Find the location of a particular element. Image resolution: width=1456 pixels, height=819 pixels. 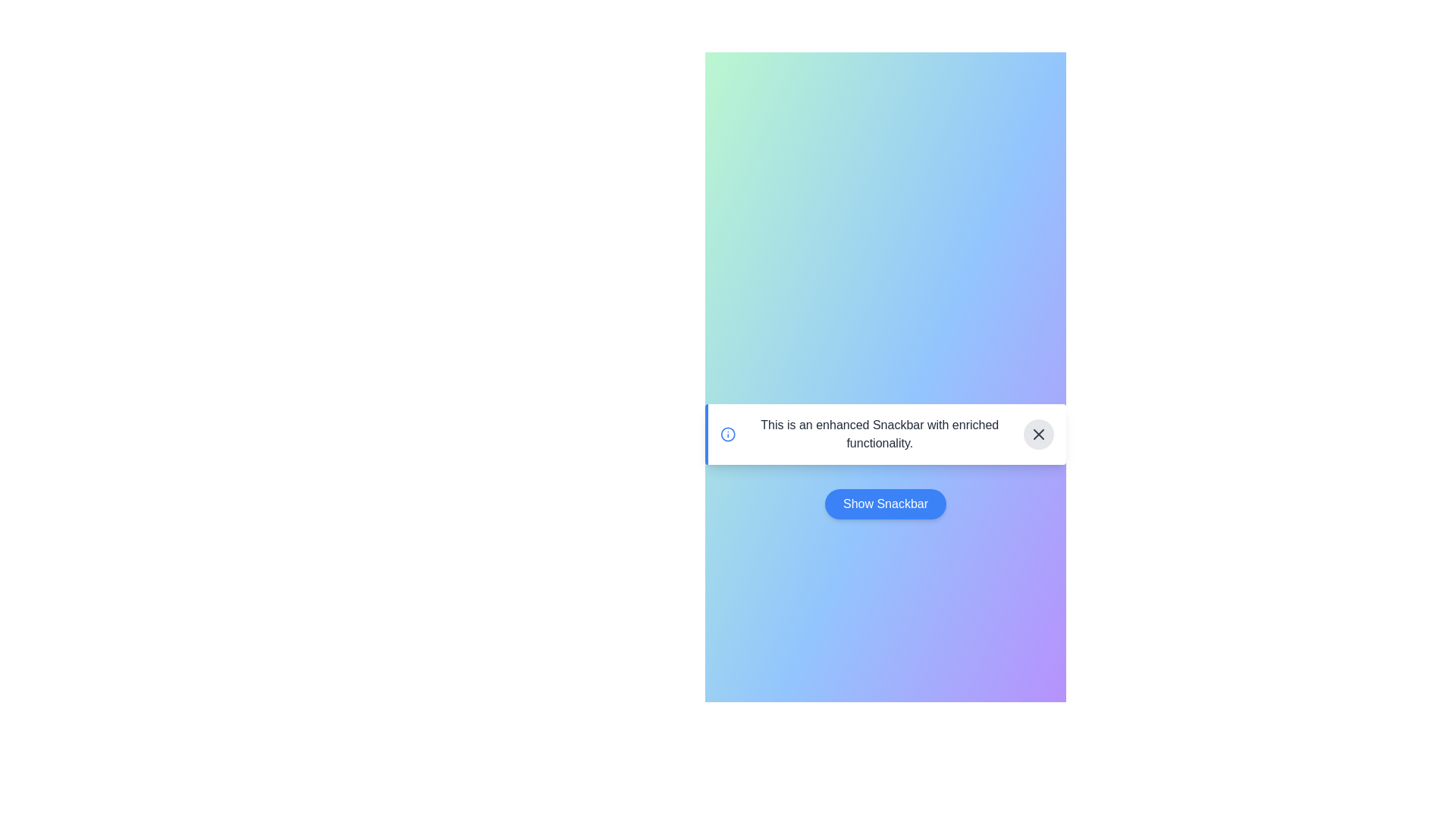

the visual information of the informational icon located on the left side of the notification banner is located at coordinates (728, 435).